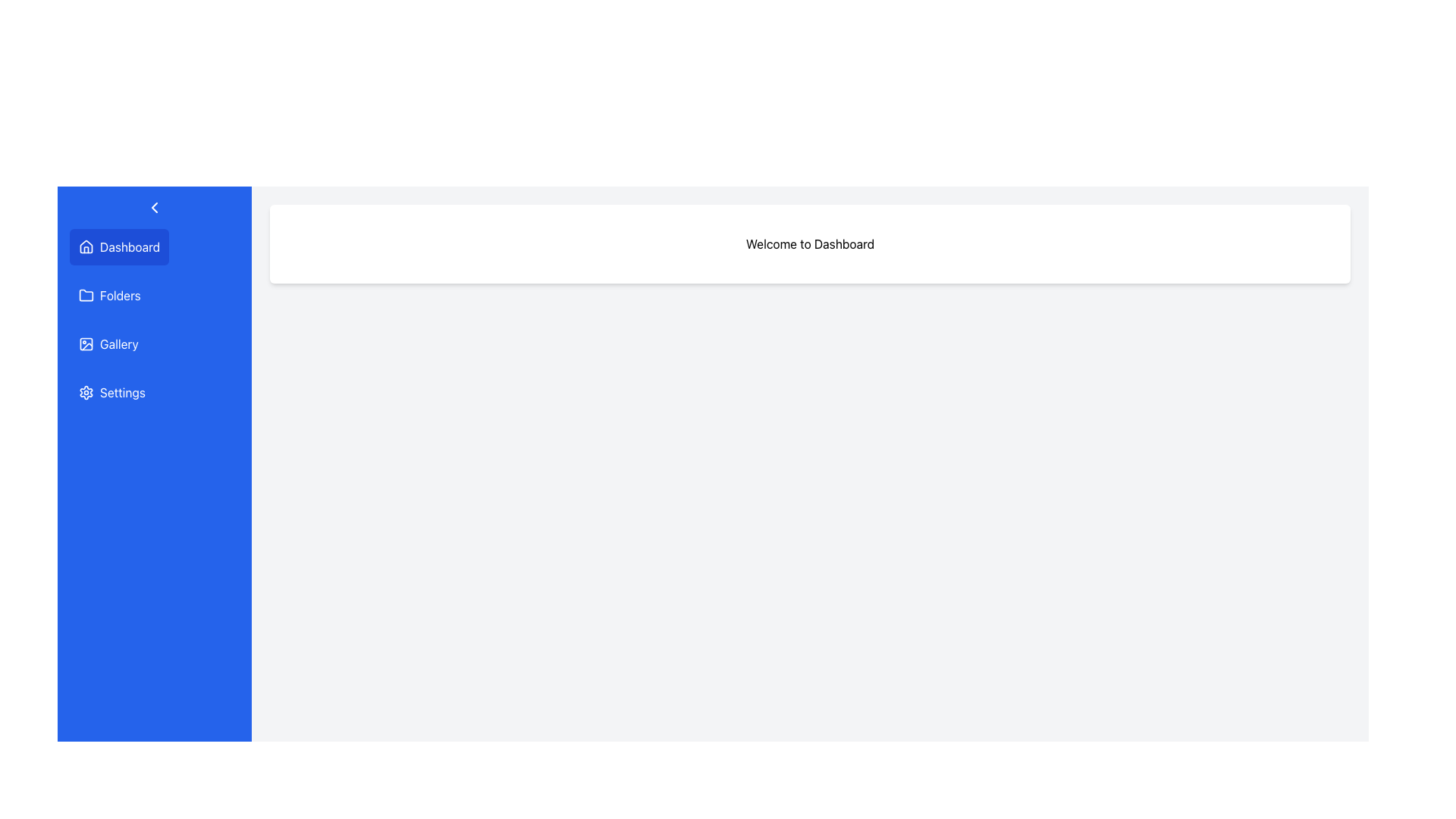 The height and width of the screenshot is (819, 1456). I want to click on the 'Folders' text label in the collapsible navigation menu, which is displayed in white font on a blue background, located to the left of a folder icon, so click(119, 295).